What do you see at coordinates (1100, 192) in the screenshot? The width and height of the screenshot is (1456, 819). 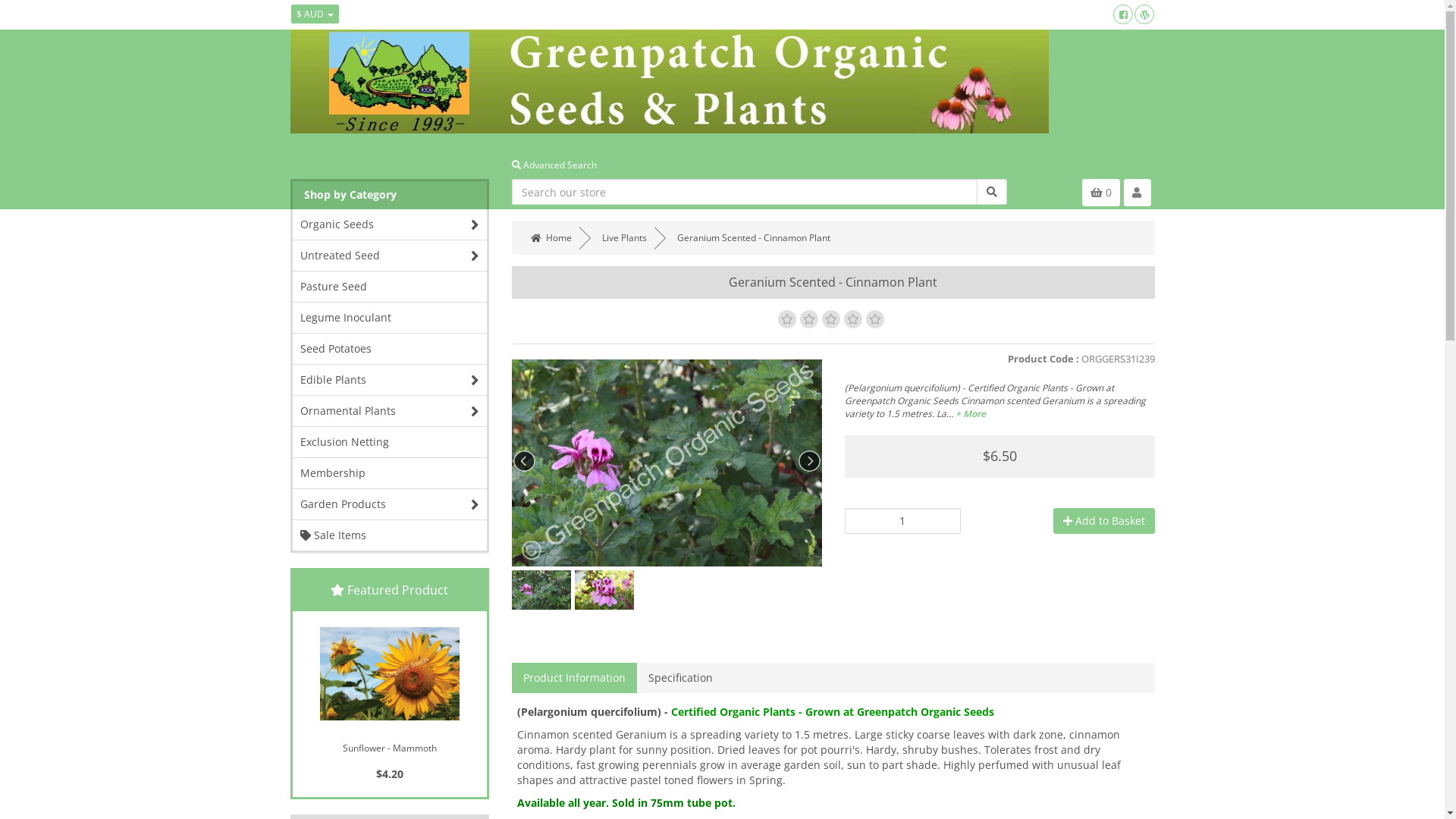 I see `'0'` at bounding box center [1100, 192].